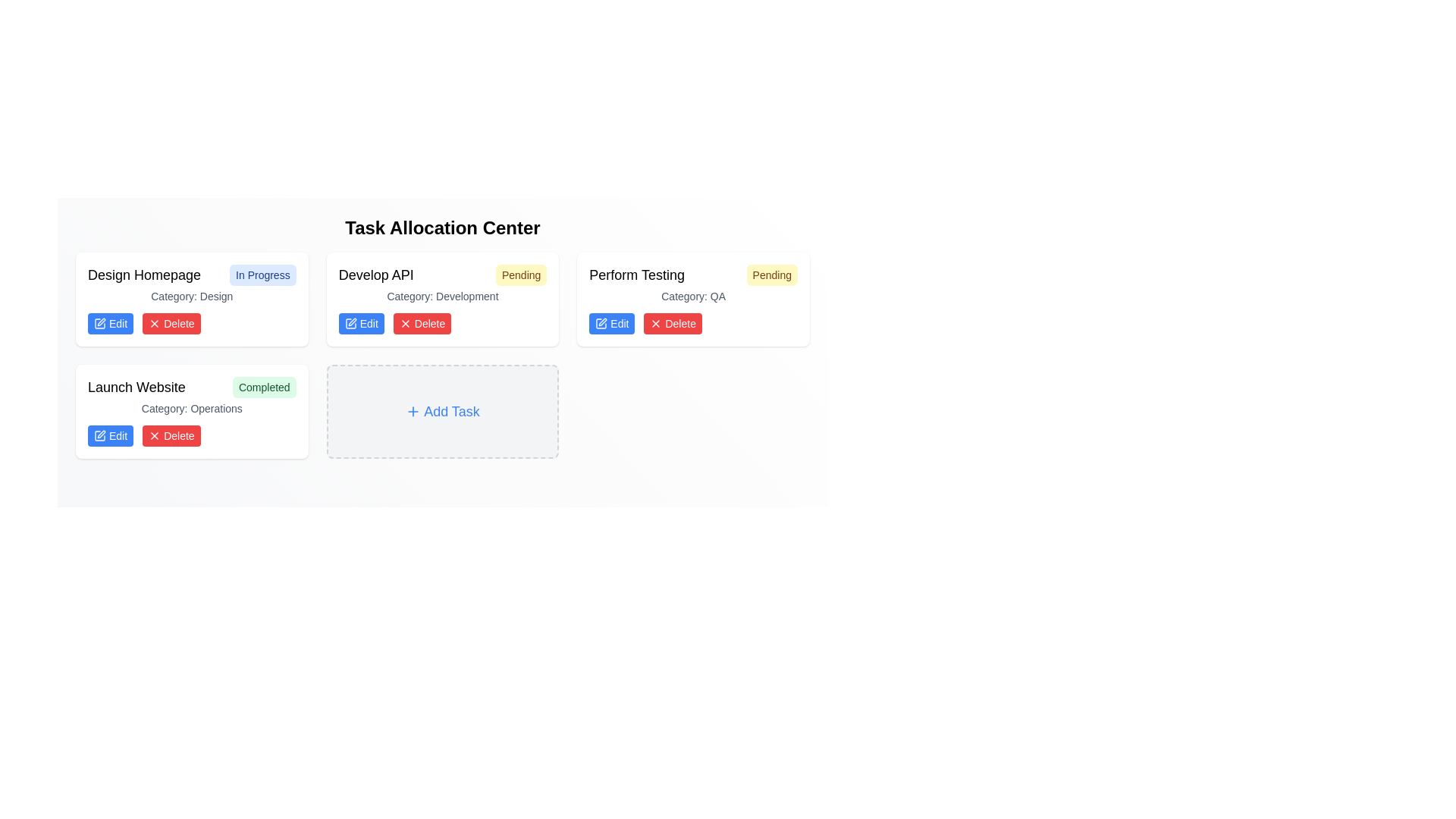 This screenshot has width=1456, height=819. Describe the element at coordinates (101, 435) in the screenshot. I see `the edit icon embedded in the 'Edit' button located below the 'Launch Website' task card` at that location.